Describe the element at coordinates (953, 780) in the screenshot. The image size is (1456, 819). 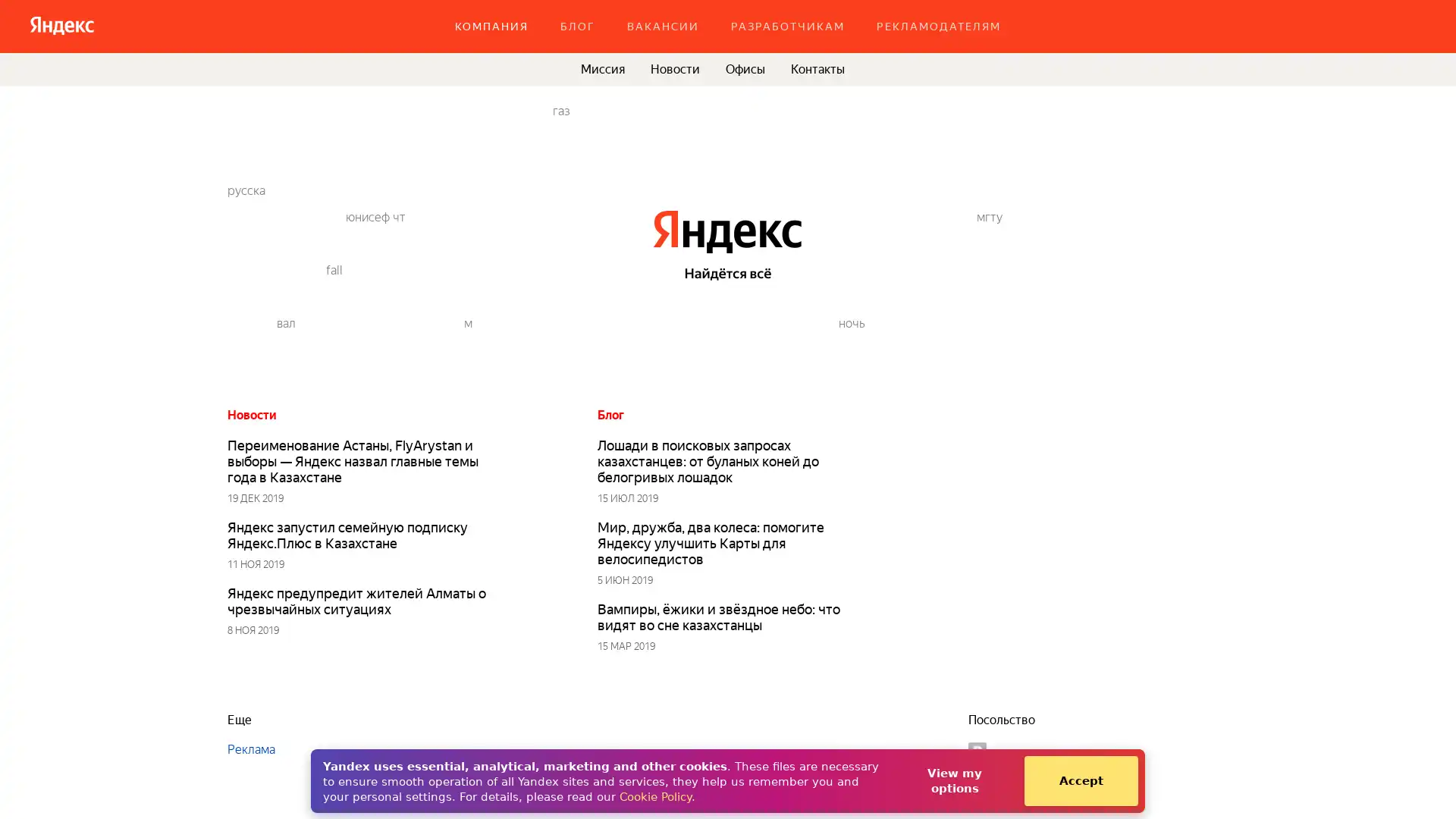
I see `View my options` at that location.